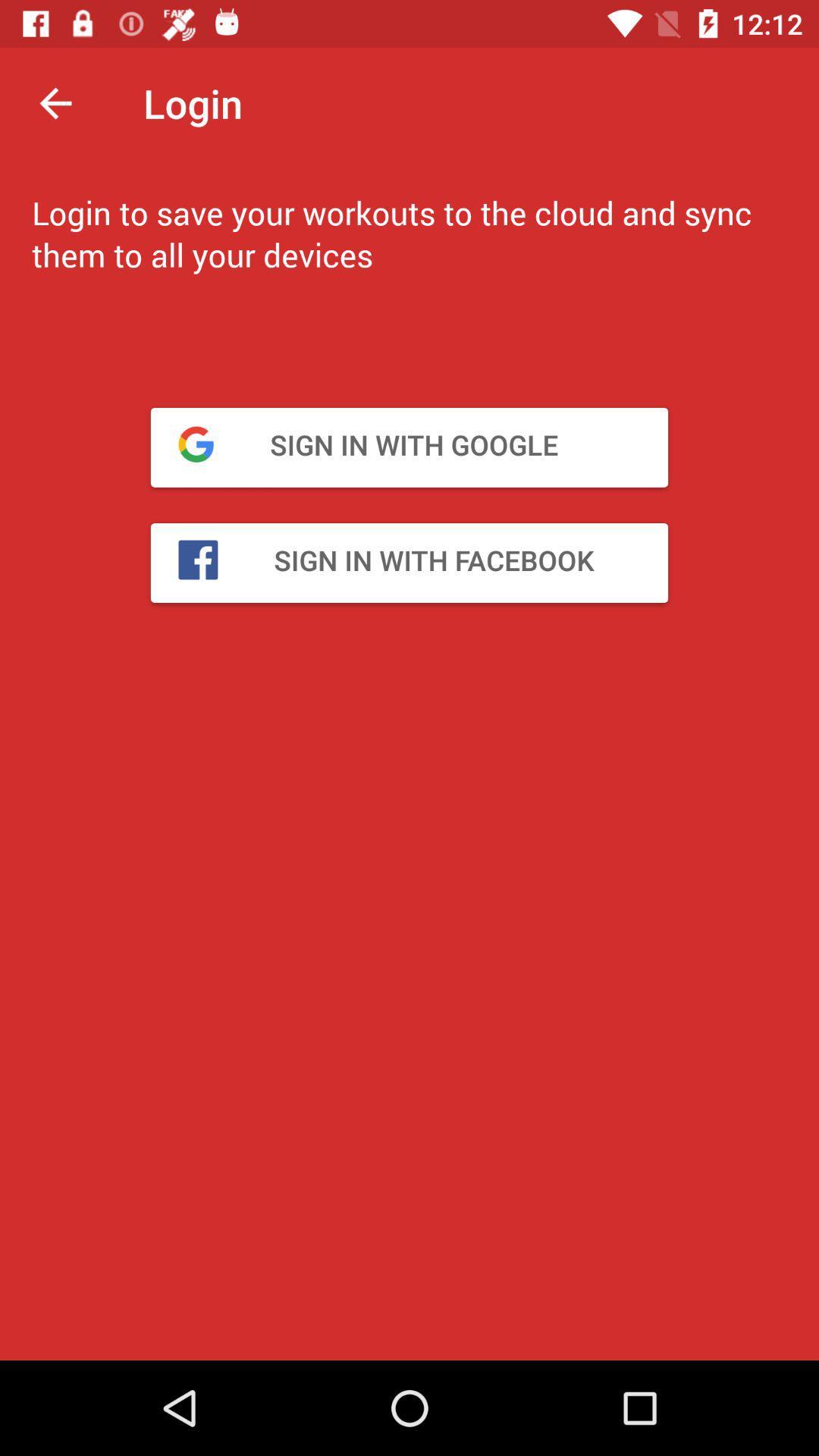 The image size is (819, 1456). Describe the element at coordinates (55, 102) in the screenshot. I see `the item to the left of the login item` at that location.